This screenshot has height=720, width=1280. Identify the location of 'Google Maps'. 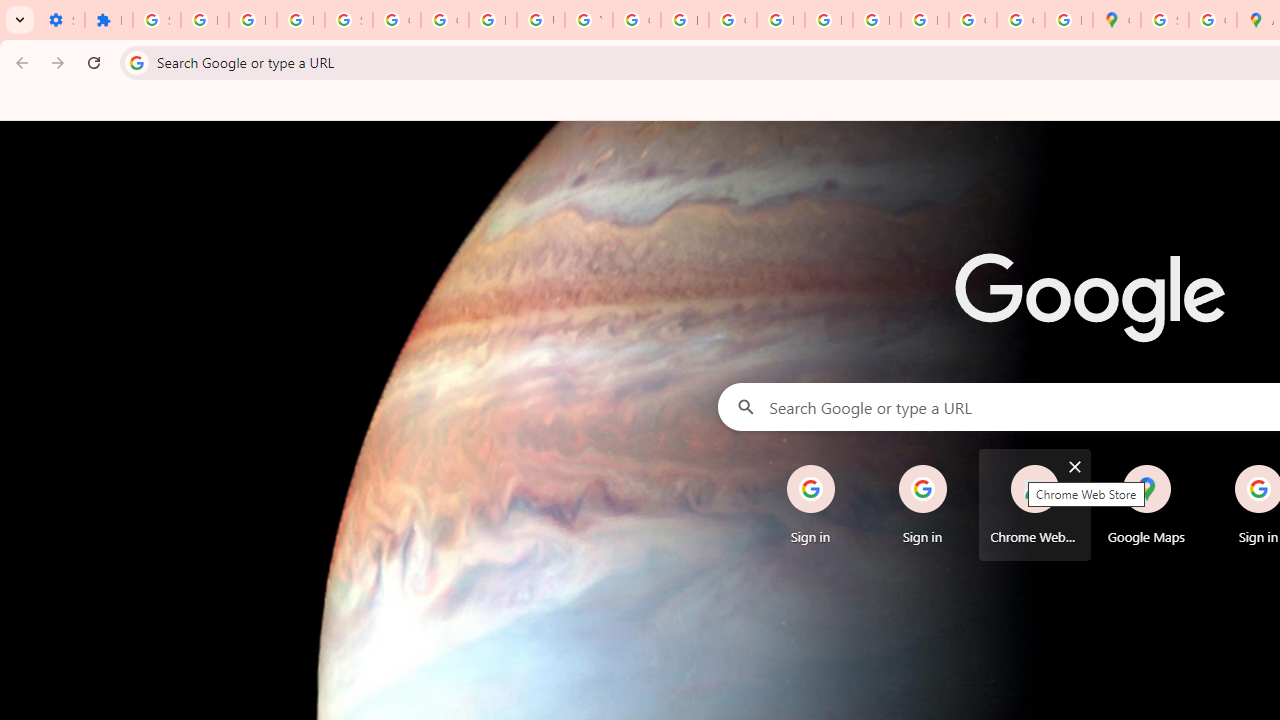
(1146, 504).